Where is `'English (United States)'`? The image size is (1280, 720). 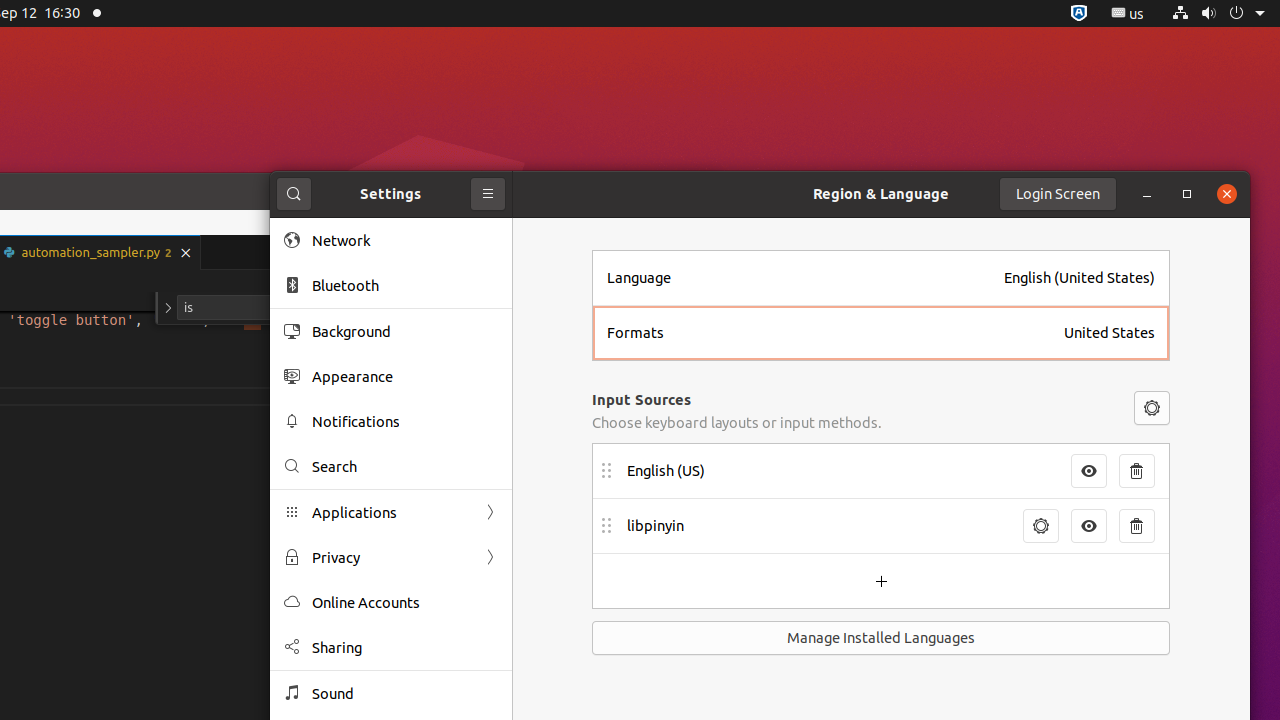
'English (United States)' is located at coordinates (1078, 277).